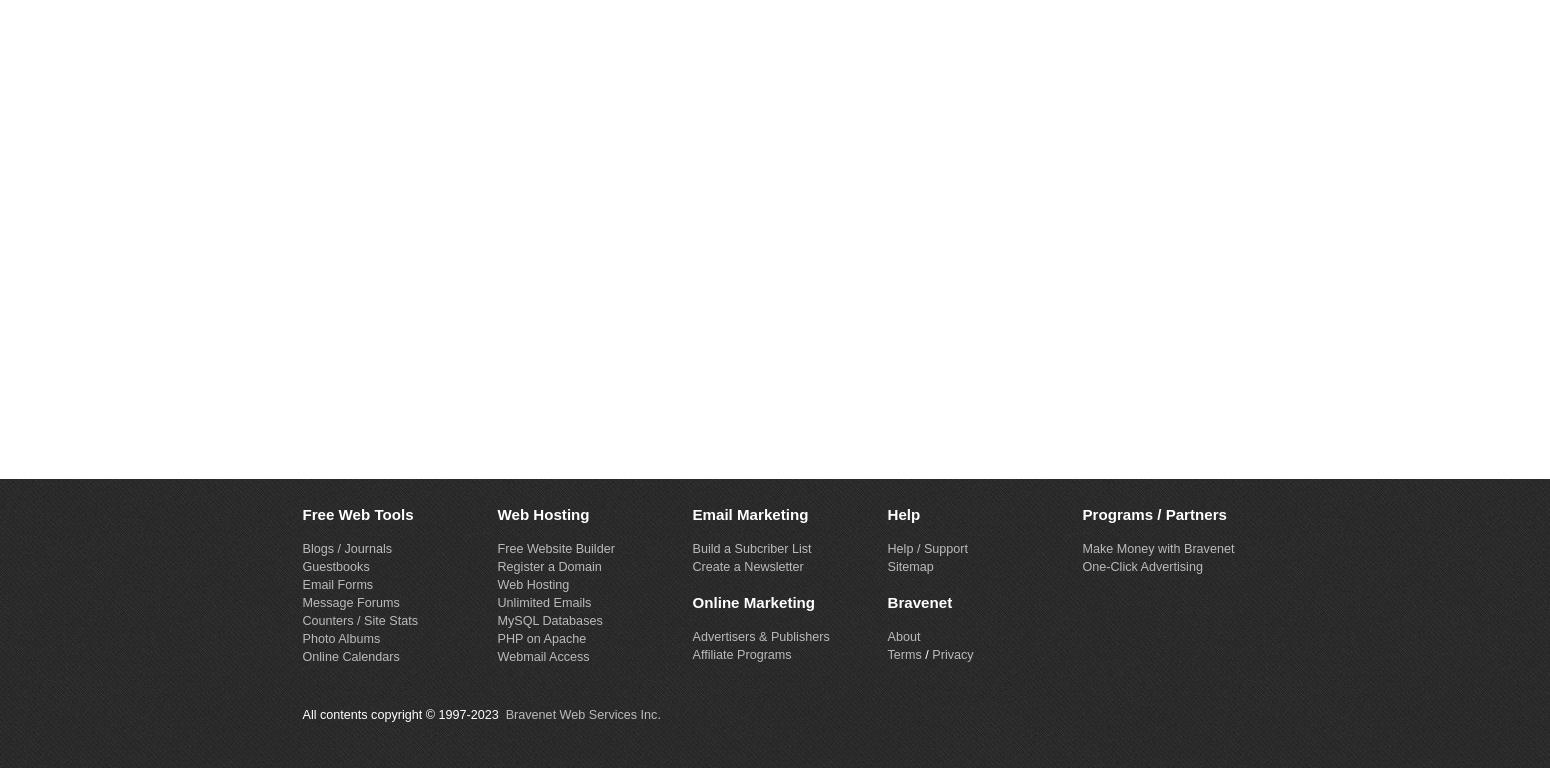 The height and width of the screenshot is (768, 1550). Describe the element at coordinates (582, 713) in the screenshot. I see `'Bravenet Web Services Inc.'` at that location.